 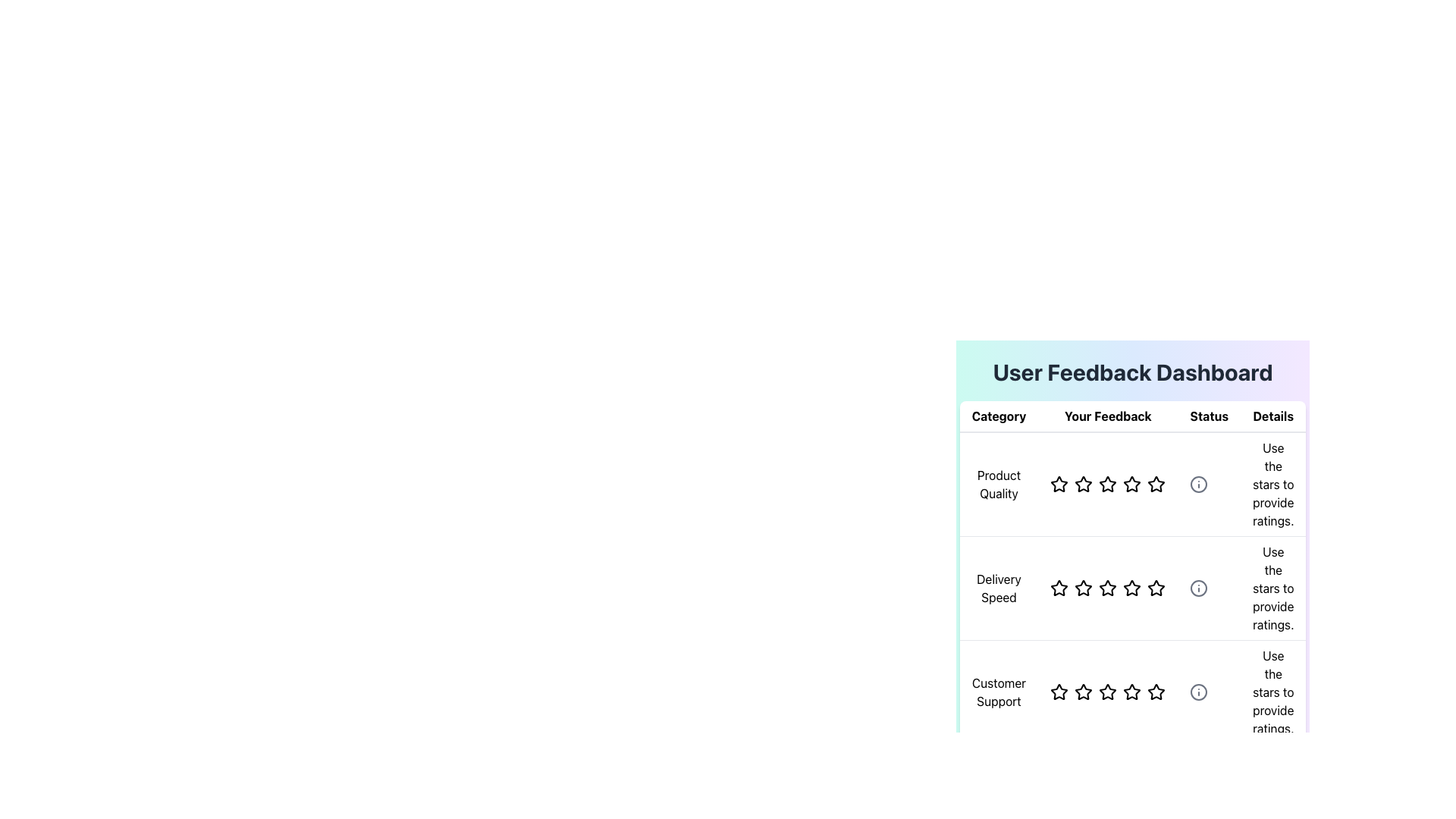 What do you see at coordinates (1108, 484) in the screenshot?
I see `the second star icon in the feedback table under 'Your Feedback' for 'Product Quality'` at bounding box center [1108, 484].